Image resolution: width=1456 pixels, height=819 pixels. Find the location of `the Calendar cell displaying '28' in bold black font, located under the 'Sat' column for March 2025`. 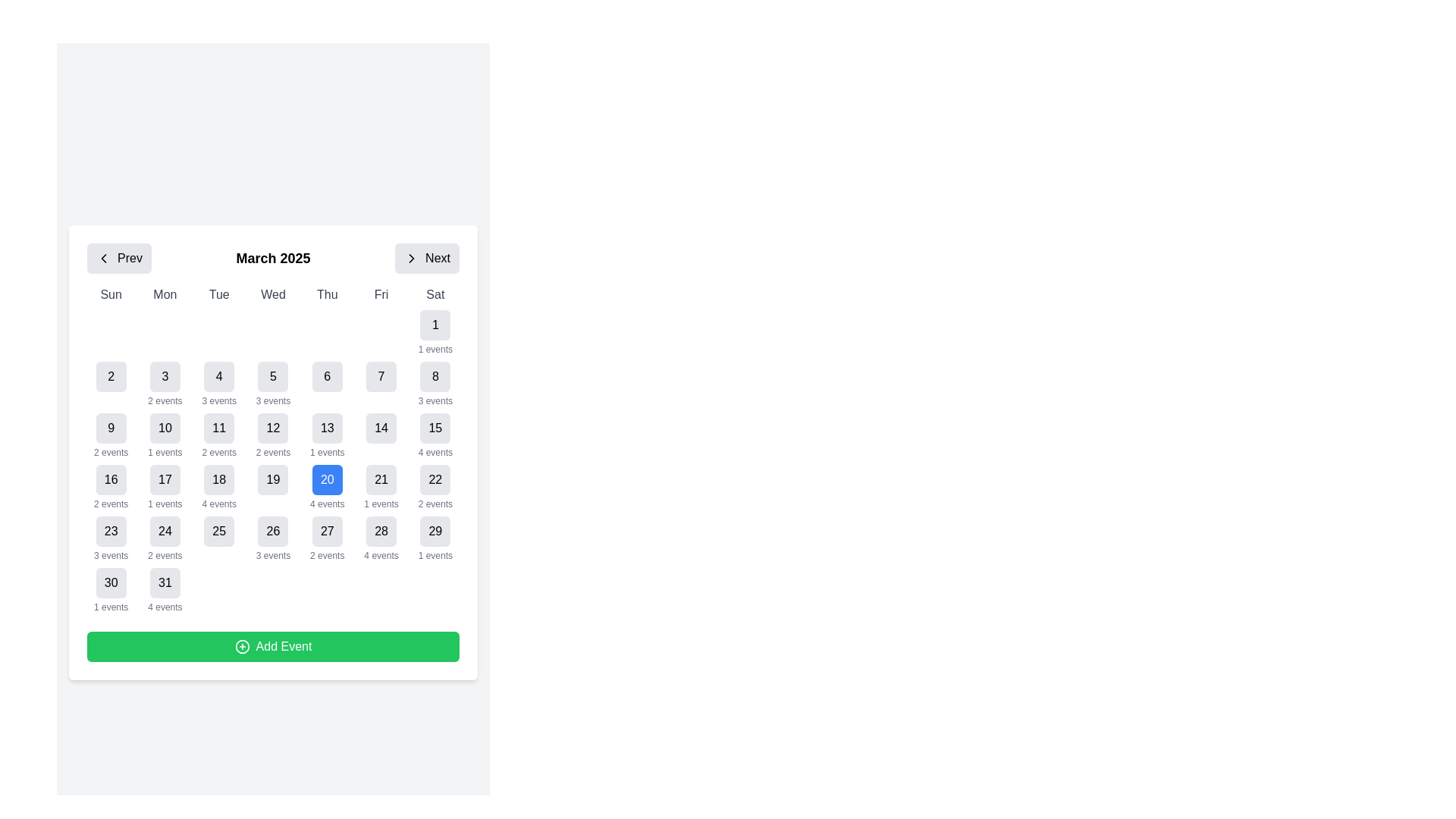

the Calendar cell displaying '28' in bold black font, located under the 'Sat' column for March 2025 is located at coordinates (381, 538).